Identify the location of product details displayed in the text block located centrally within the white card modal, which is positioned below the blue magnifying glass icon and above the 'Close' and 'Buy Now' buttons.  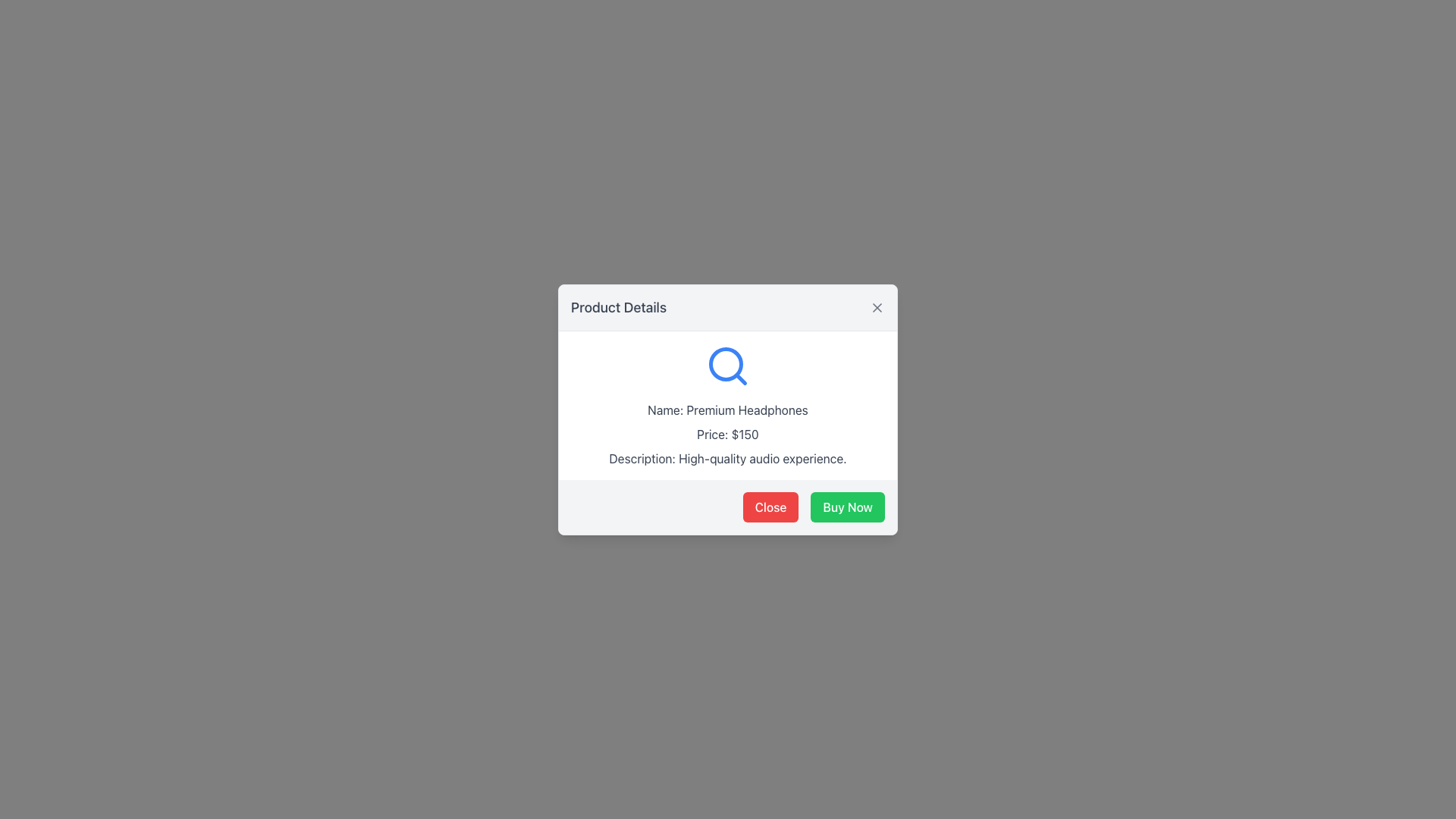
(728, 404).